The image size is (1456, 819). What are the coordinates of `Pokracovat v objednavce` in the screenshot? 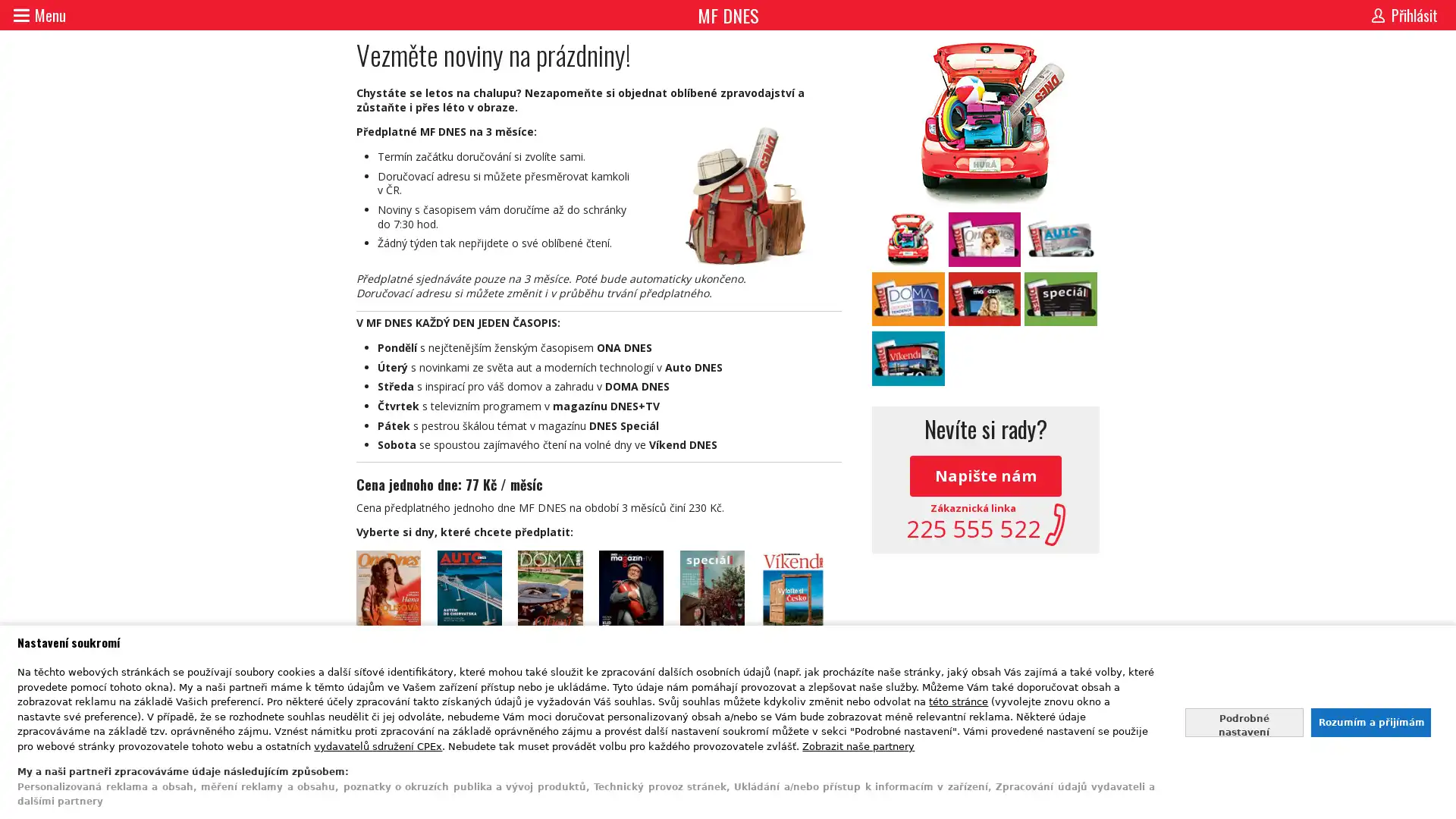 It's located at (598, 701).